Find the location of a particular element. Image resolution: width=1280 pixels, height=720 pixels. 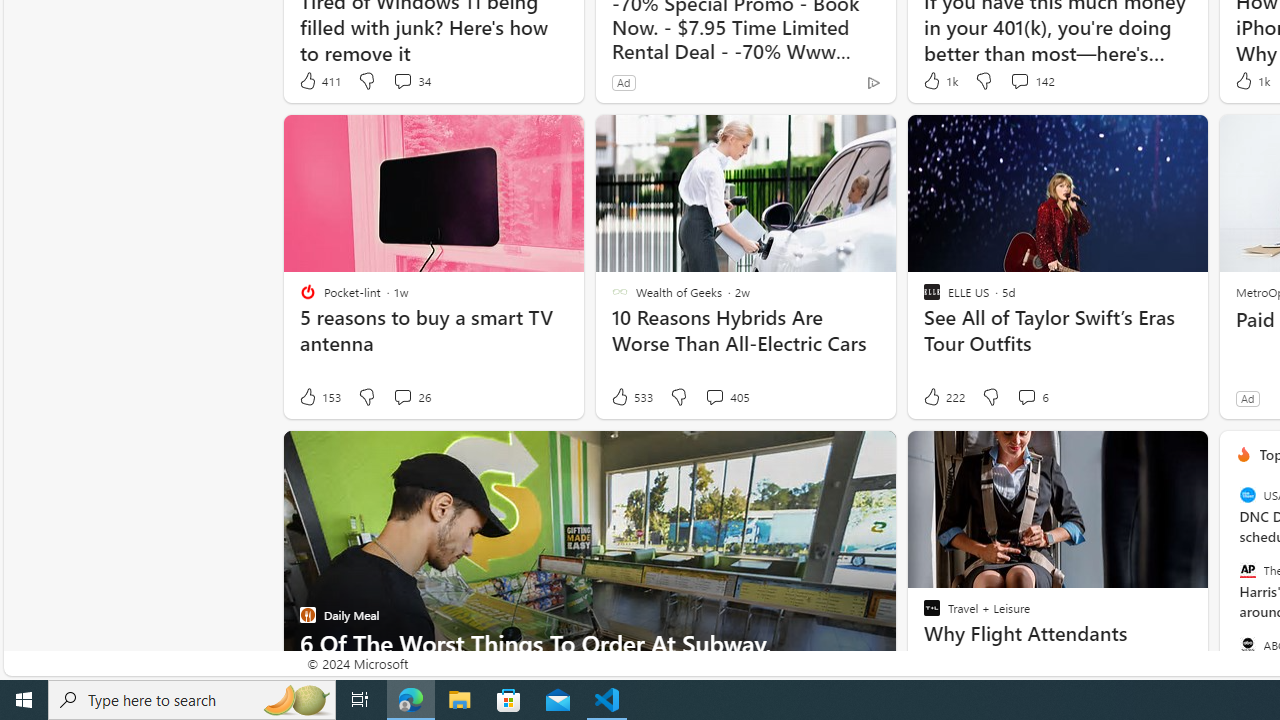

'Ad Choice' is located at coordinates (873, 81).